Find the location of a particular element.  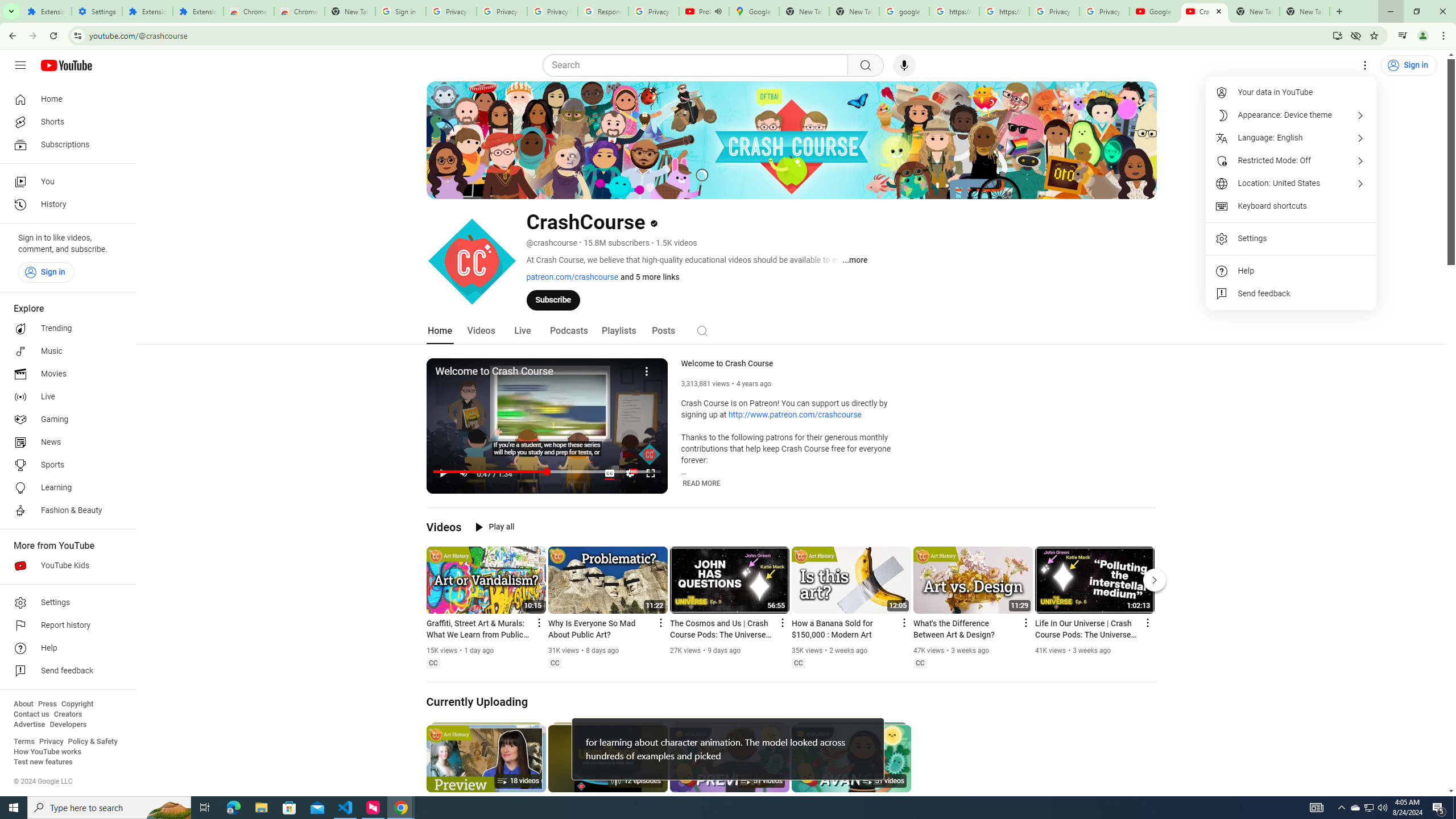

'Videos' is located at coordinates (481, 330).